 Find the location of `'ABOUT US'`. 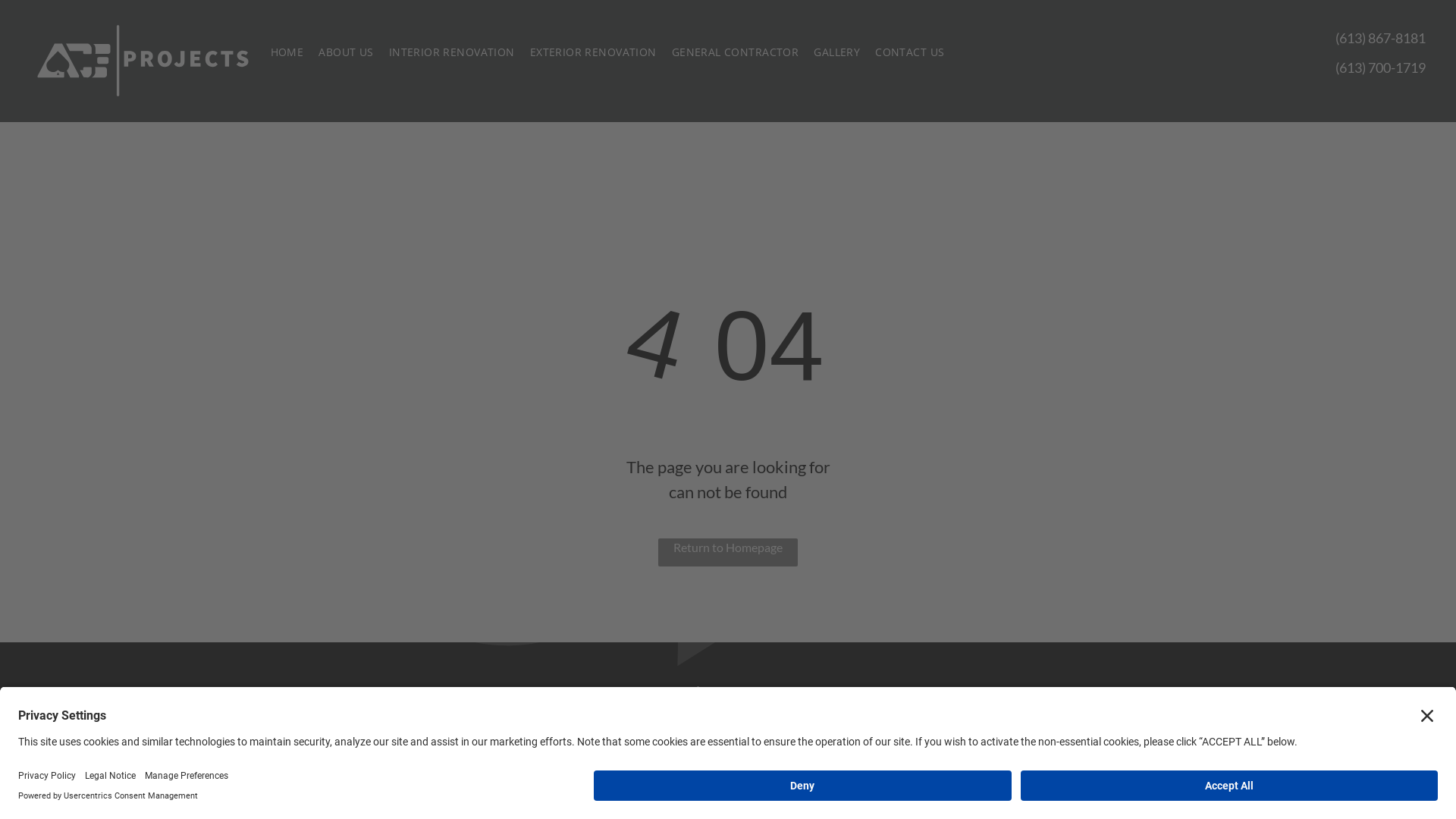

'ABOUT US' is located at coordinates (345, 51).